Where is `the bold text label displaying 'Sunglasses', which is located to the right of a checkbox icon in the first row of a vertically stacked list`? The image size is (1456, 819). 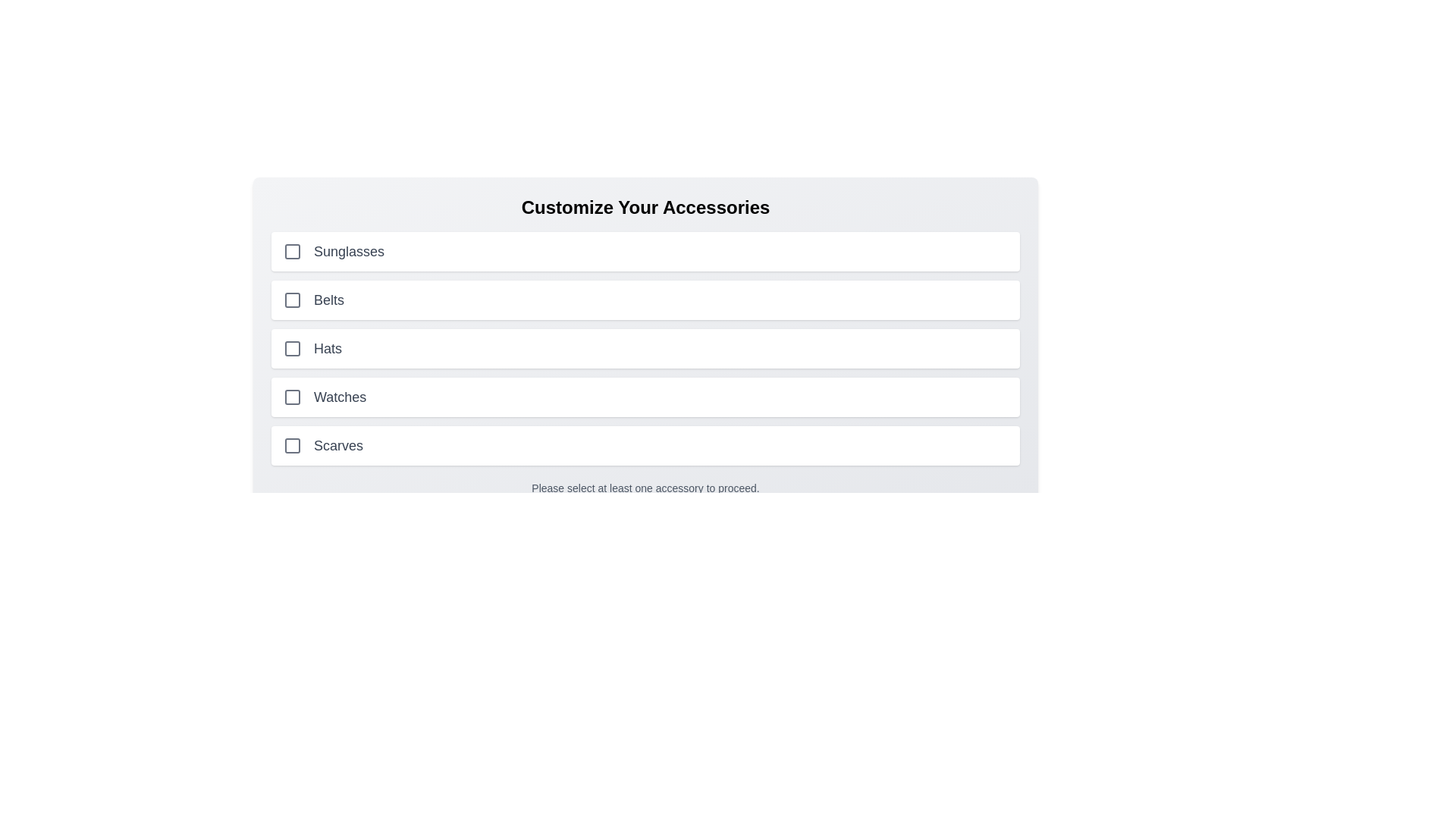 the bold text label displaying 'Sunglasses', which is located to the right of a checkbox icon in the first row of a vertically stacked list is located at coordinates (348, 250).